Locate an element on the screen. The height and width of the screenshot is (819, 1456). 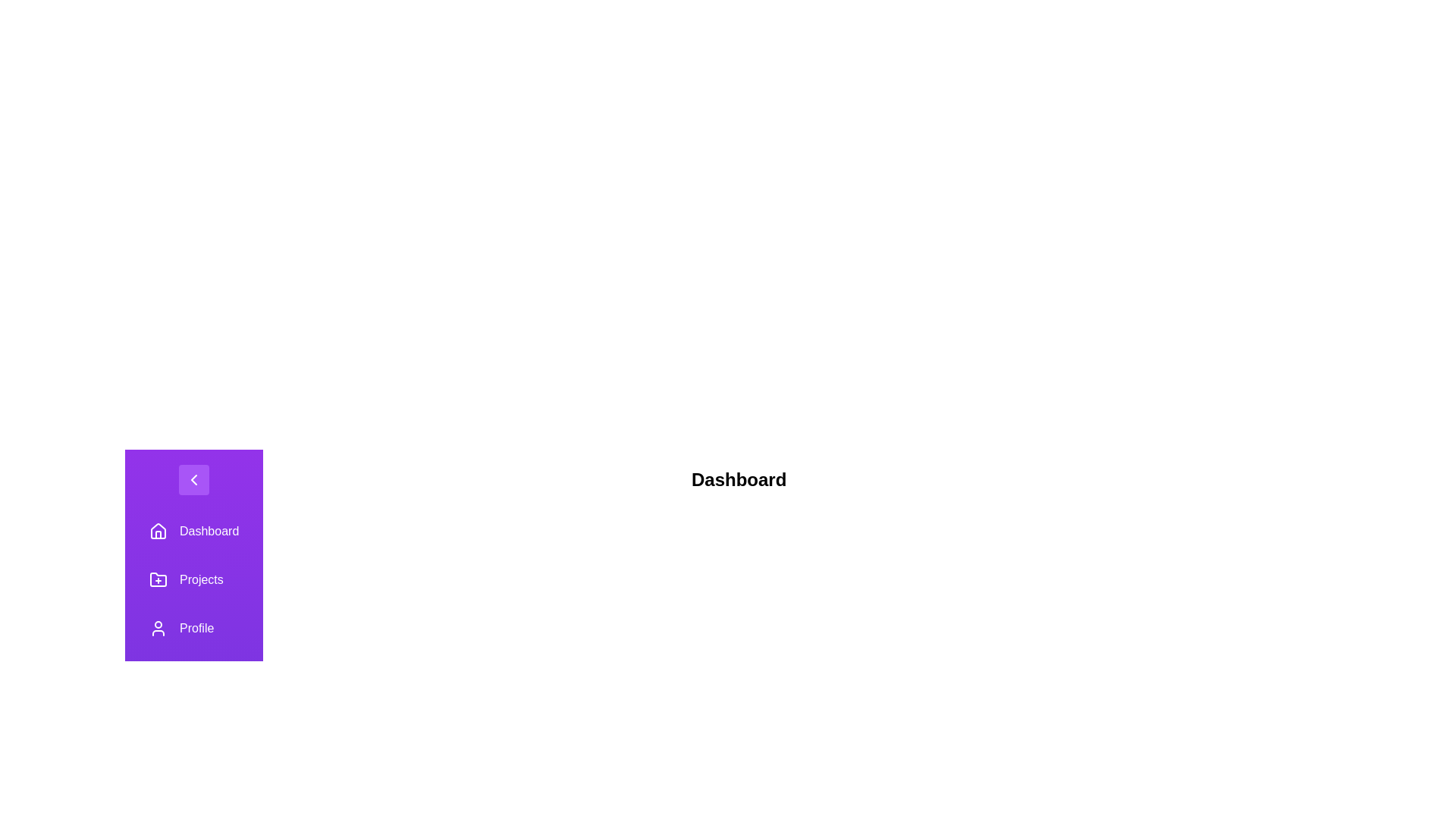
the profile button located in the vertical sidebar menu, positioned below the 'Projects' option and above the 'Settings' option is located at coordinates (193, 629).